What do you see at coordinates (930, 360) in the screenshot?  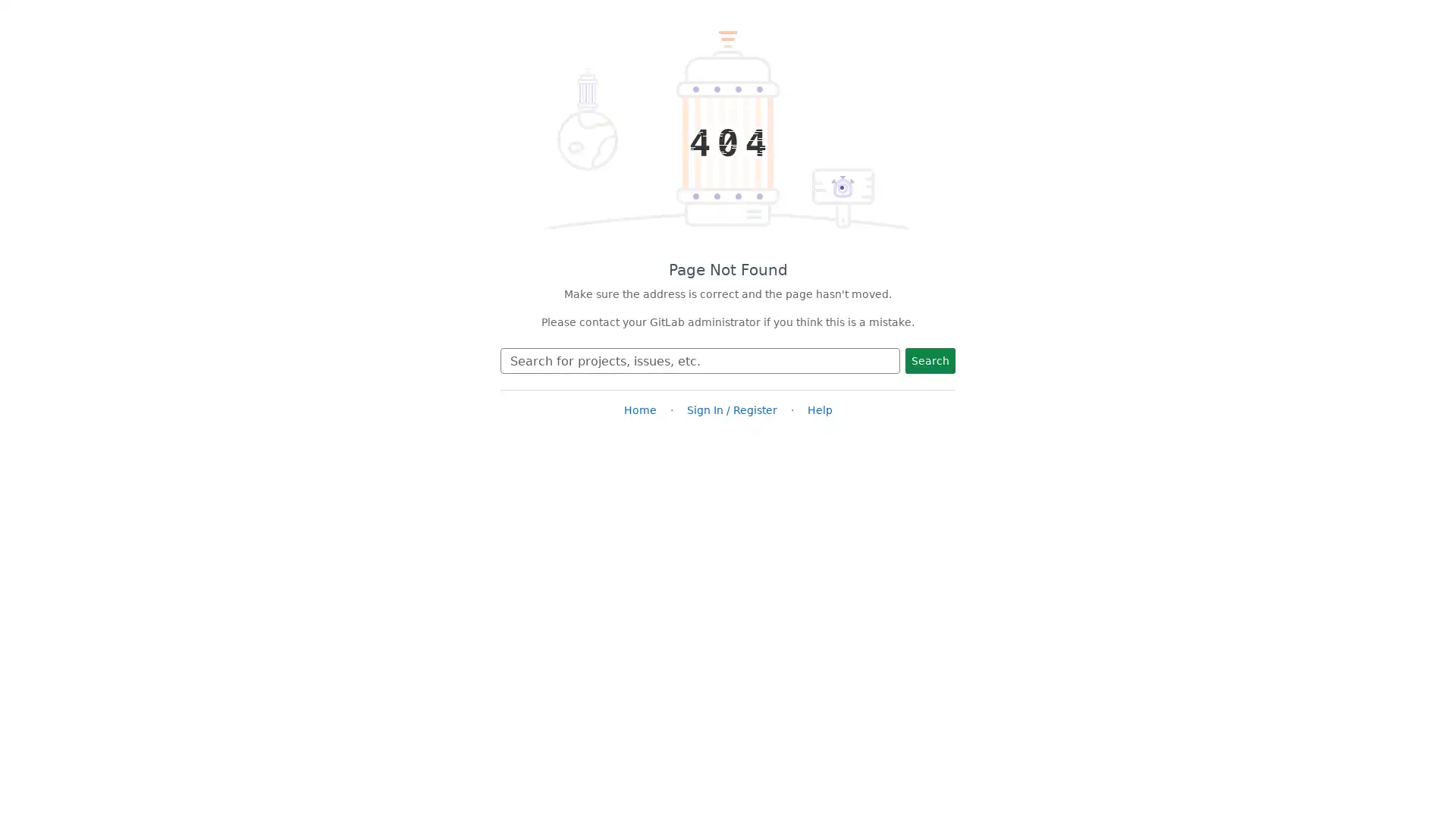 I see `Search` at bounding box center [930, 360].